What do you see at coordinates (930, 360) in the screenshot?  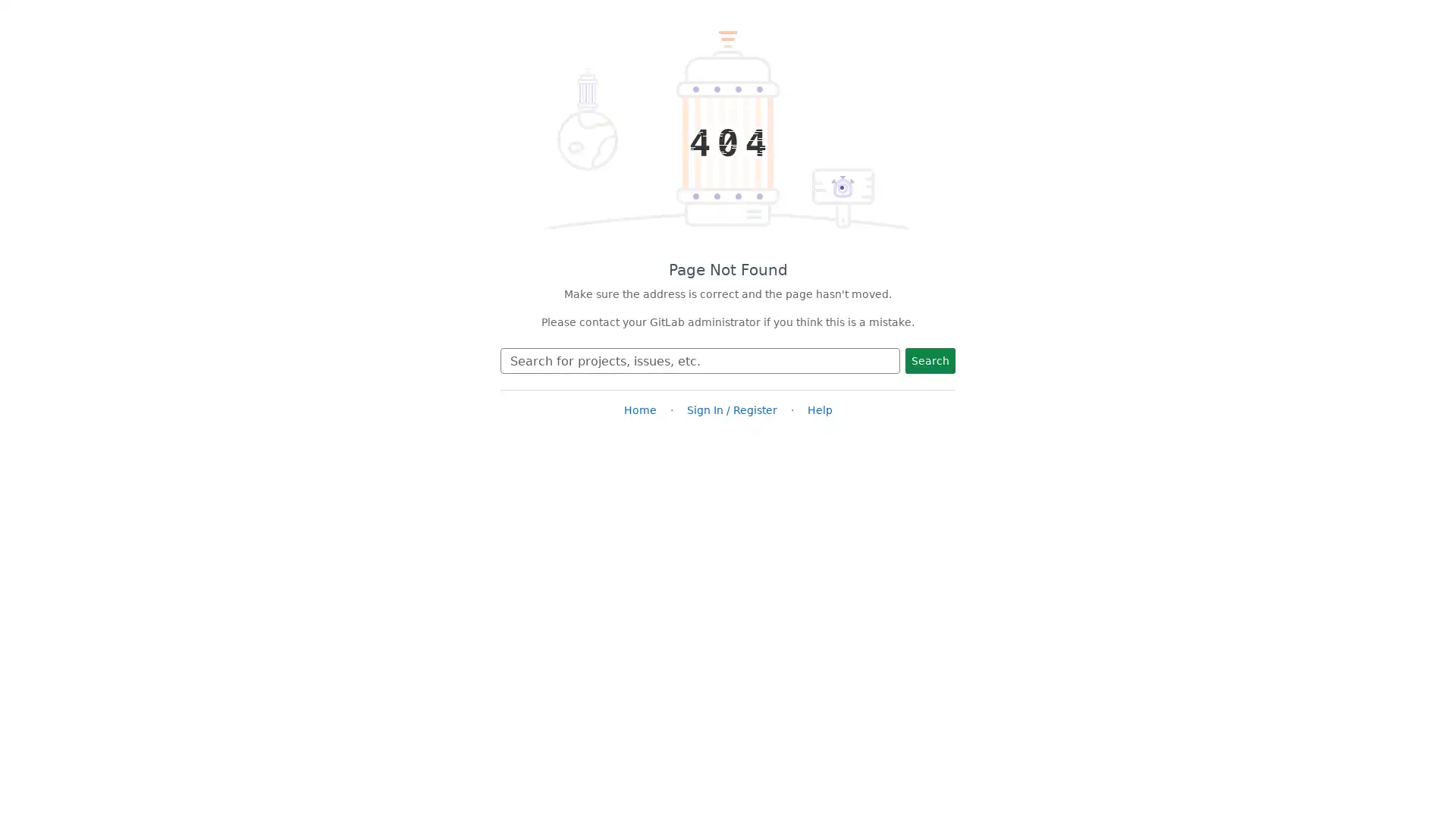 I see `Search` at bounding box center [930, 360].